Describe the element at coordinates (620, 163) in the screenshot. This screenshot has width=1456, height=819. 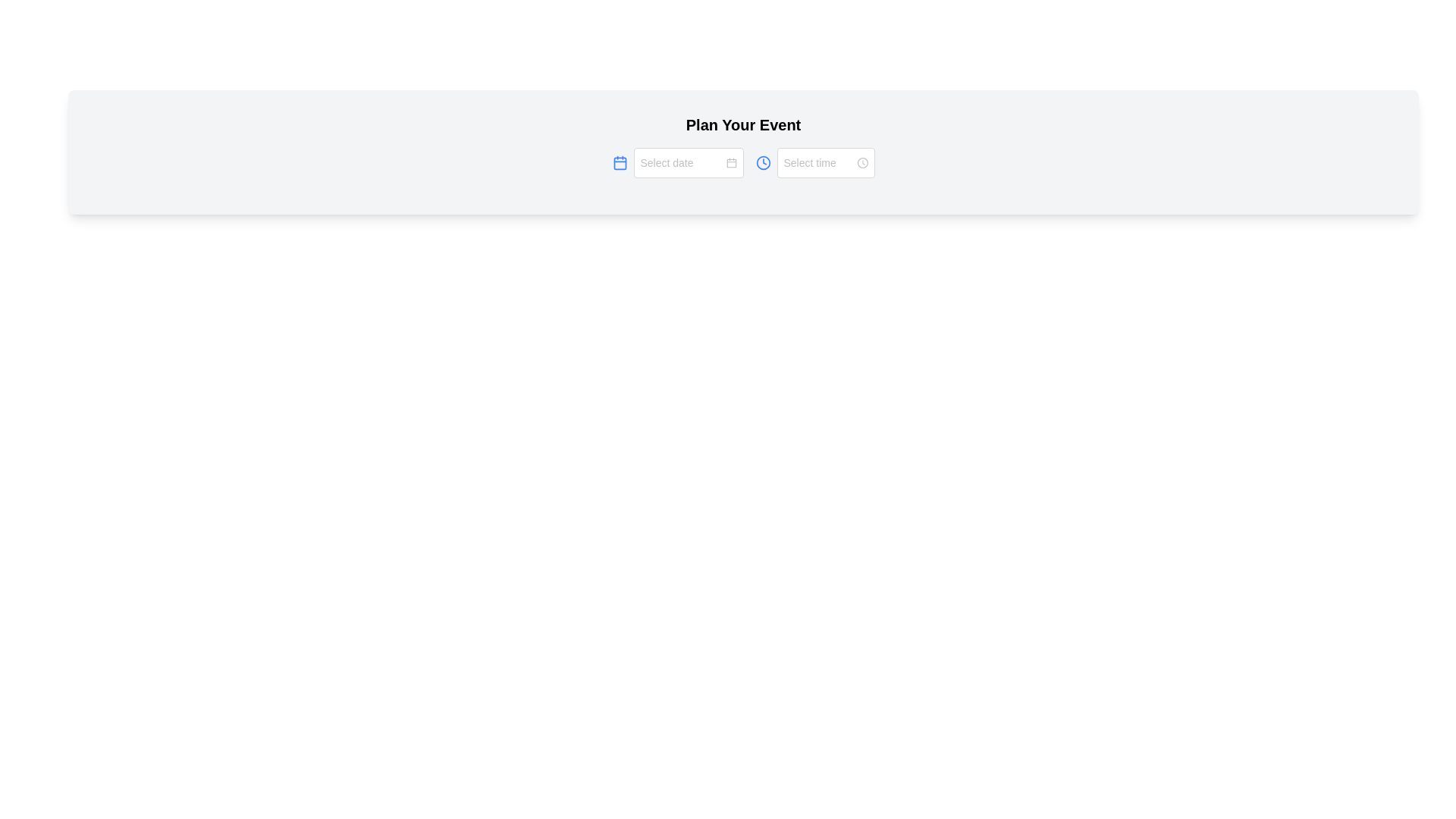
I see `the styling of the central square portion of the calendar icon represented by the SVG Shape (rectangle with rounded corners), which is located to the left of the date picker input field` at that location.